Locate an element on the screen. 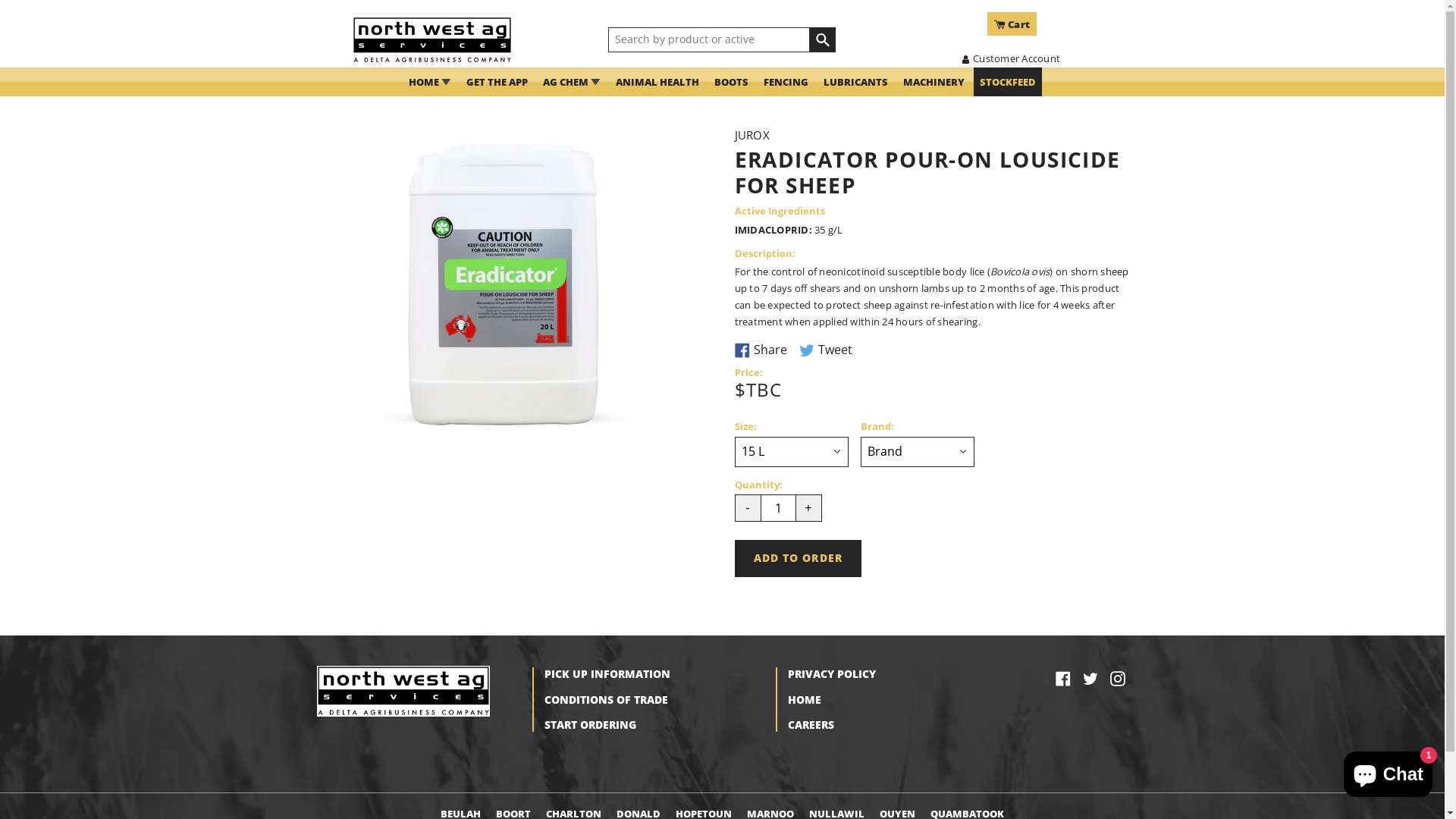 This screenshot has width=1456, height=819. 'Cart' is located at coordinates (1012, 24).